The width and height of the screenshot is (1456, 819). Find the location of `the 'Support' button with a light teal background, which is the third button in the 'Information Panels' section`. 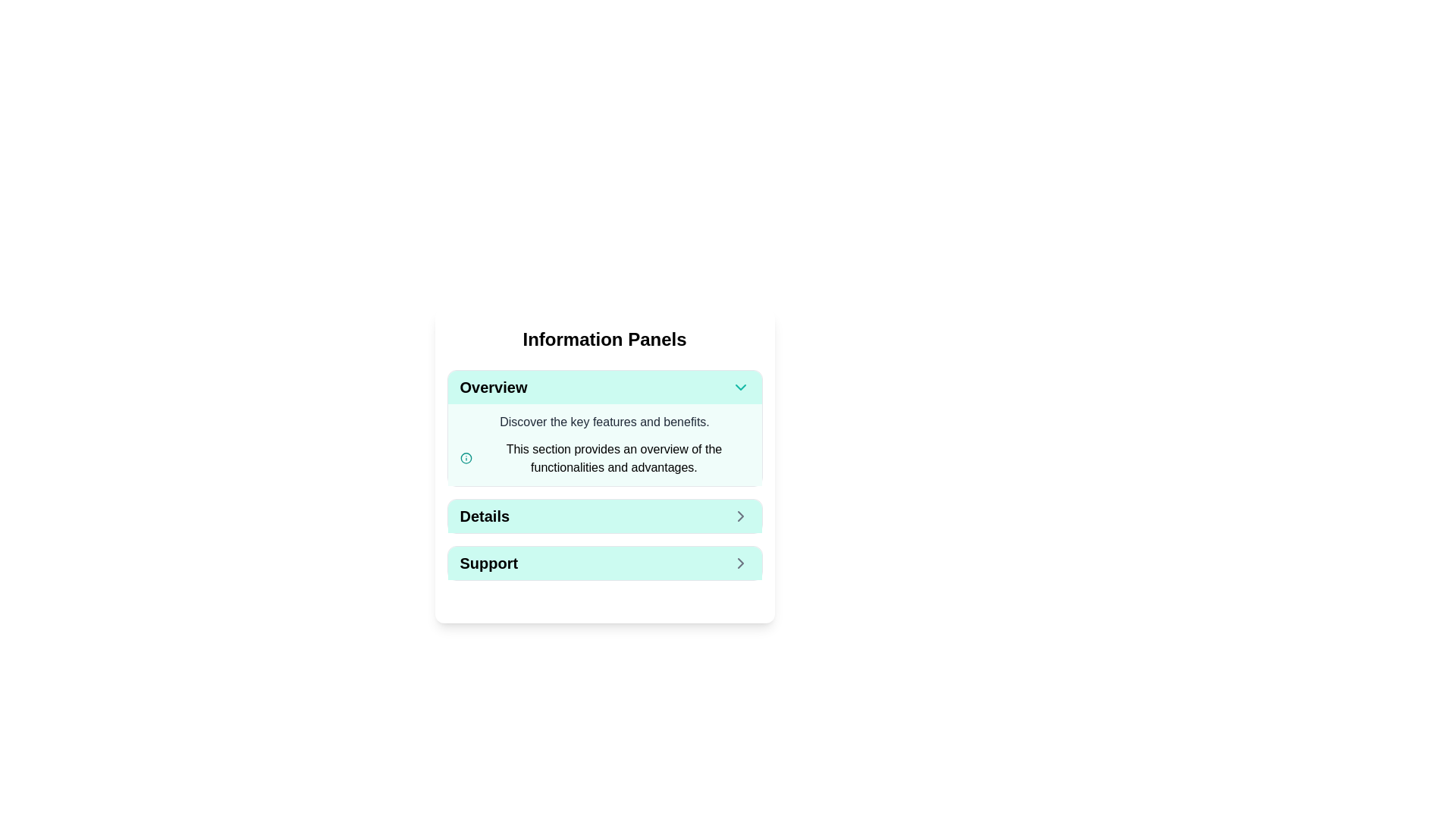

the 'Support' button with a light teal background, which is the third button in the 'Information Panels' section is located at coordinates (604, 563).